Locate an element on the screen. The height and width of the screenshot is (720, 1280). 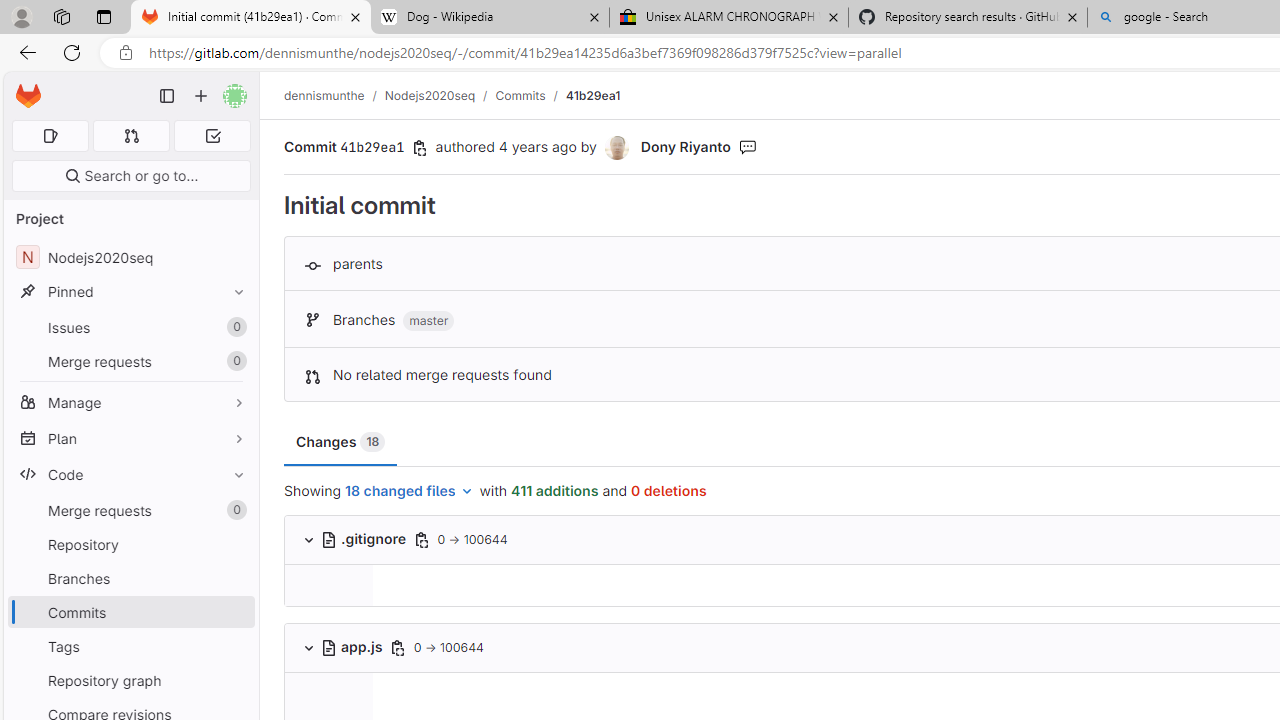
'Pin Repository' is located at coordinates (234, 544).